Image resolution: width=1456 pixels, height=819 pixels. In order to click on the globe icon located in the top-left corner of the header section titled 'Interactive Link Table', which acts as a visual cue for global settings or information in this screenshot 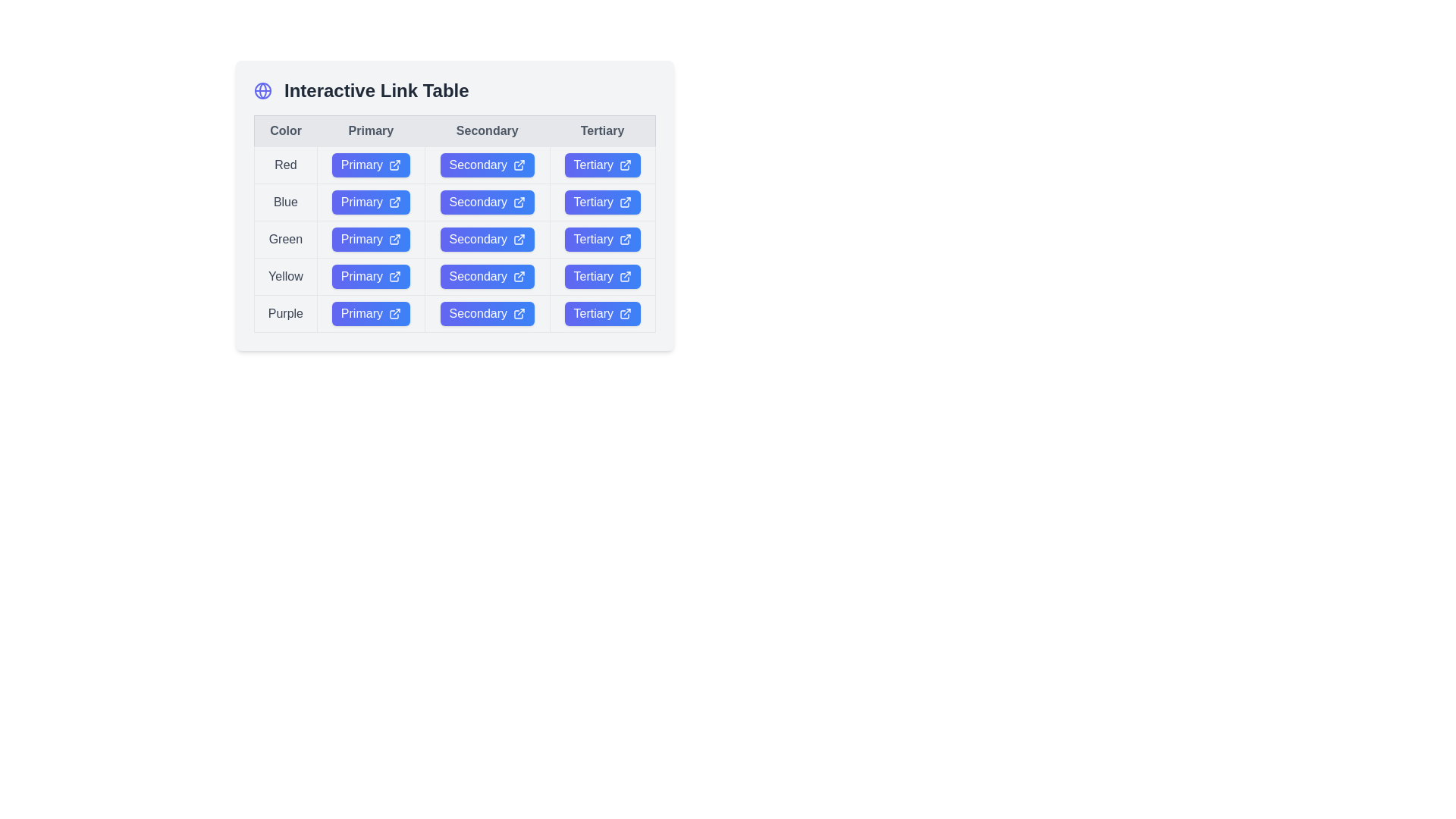, I will do `click(262, 90)`.